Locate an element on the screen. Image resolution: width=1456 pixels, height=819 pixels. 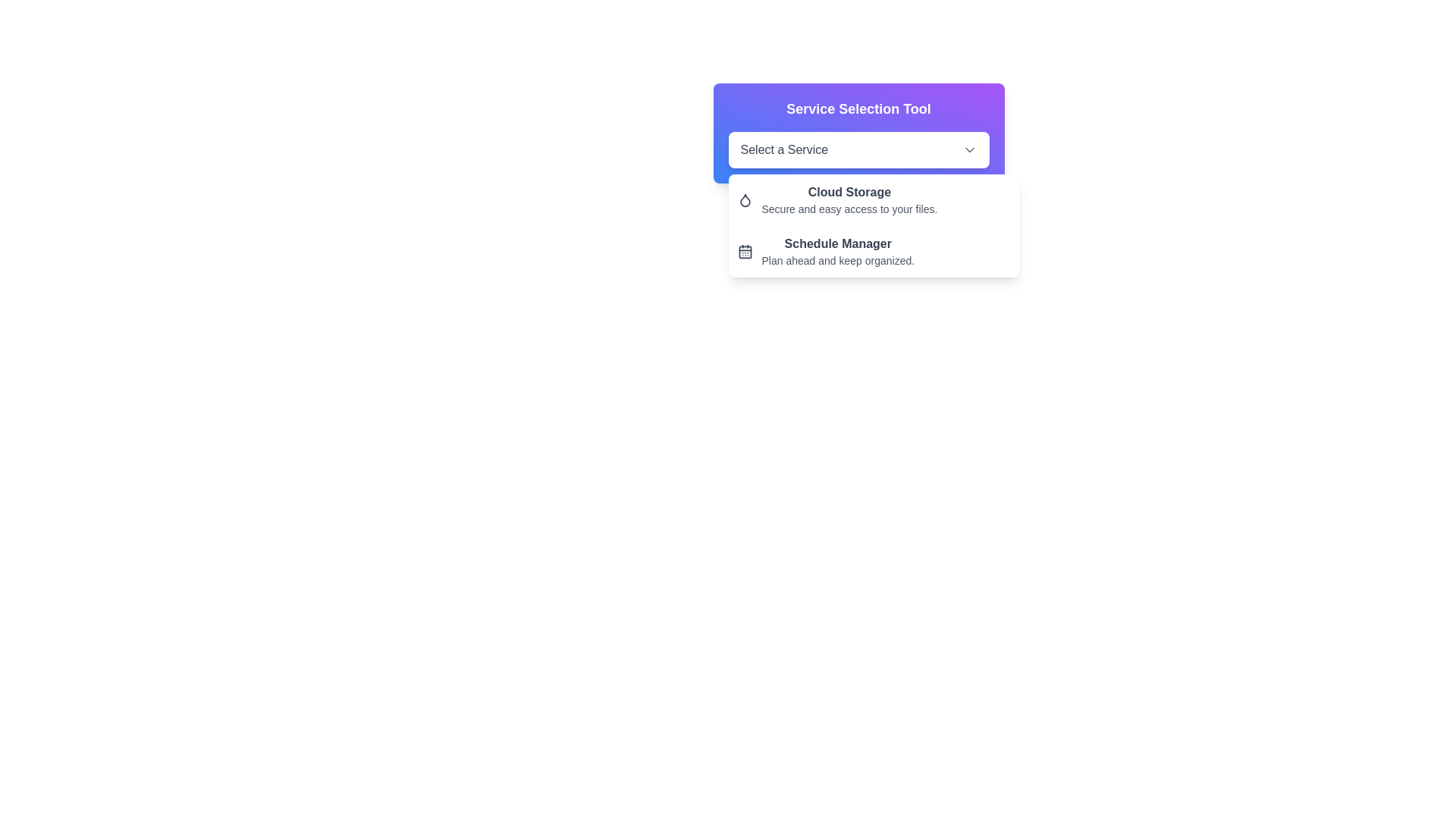
the gray downward-pointing chevron SVG icon located in the top-right corner of the 'Select a Service' dropdown area is located at coordinates (968, 149).